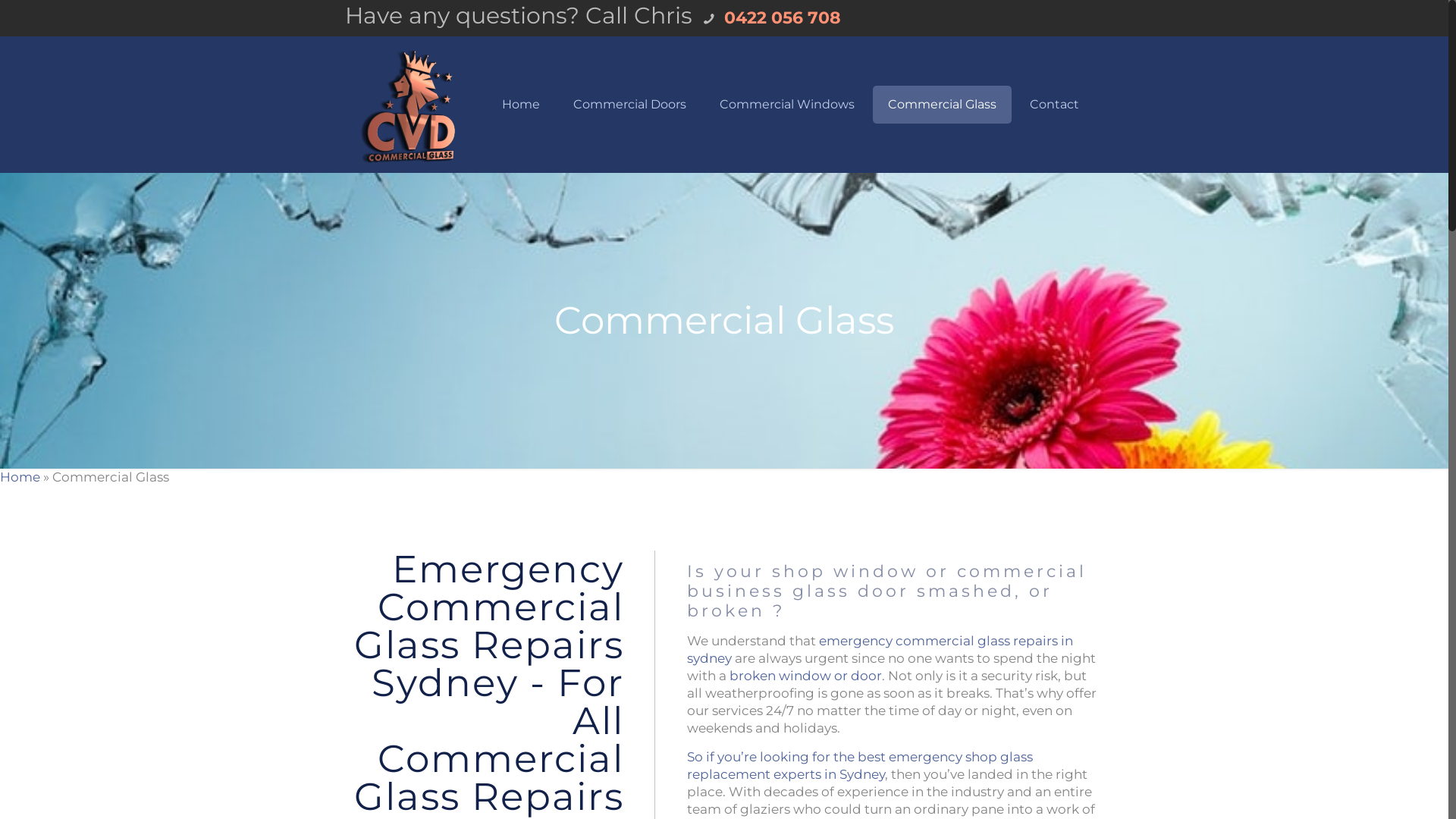 This screenshot has height=819, width=1456. I want to click on 'Home', so click(20, 475).